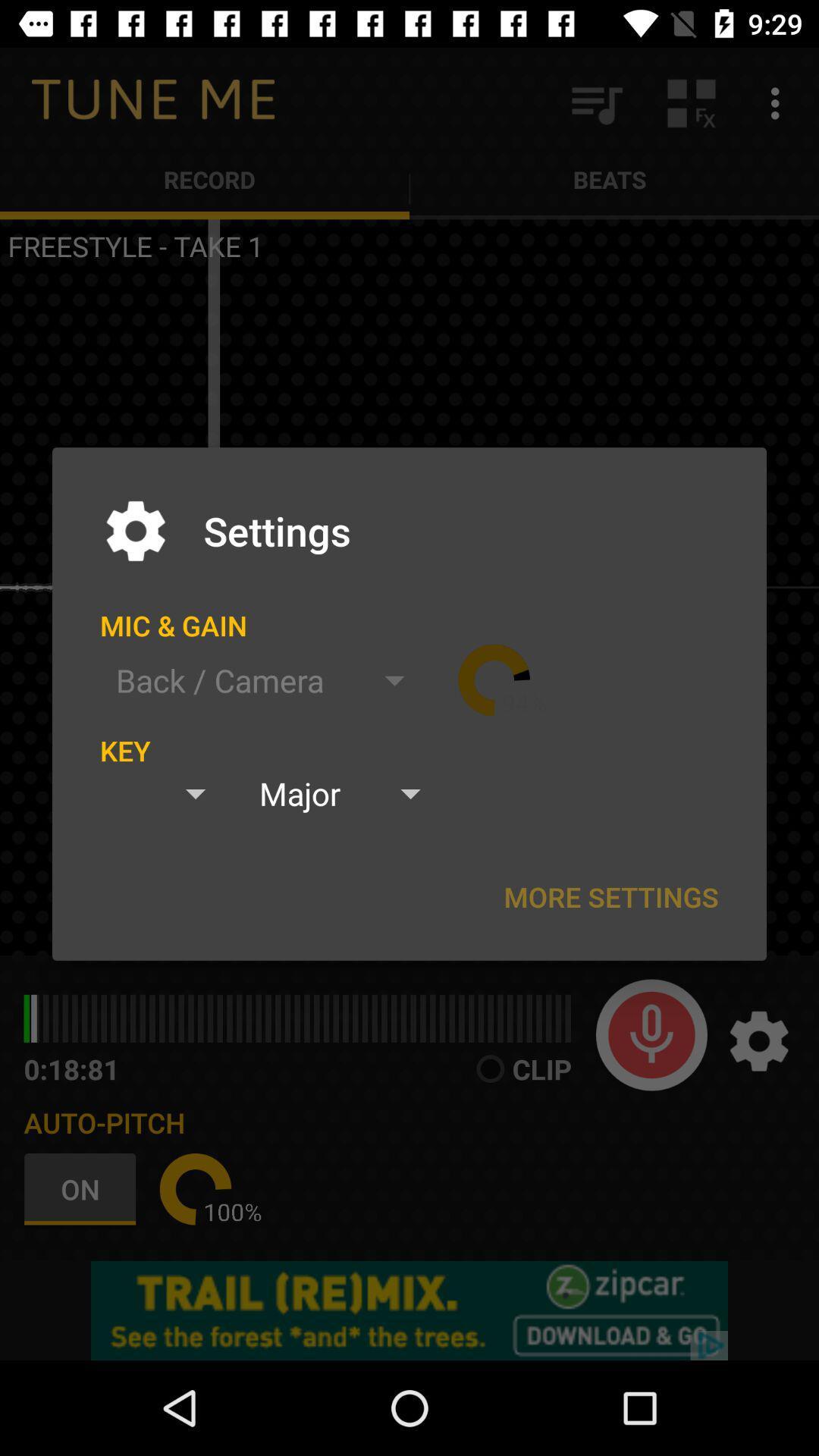 This screenshot has height=1456, width=819. I want to click on the settings icon, so click(759, 1040).